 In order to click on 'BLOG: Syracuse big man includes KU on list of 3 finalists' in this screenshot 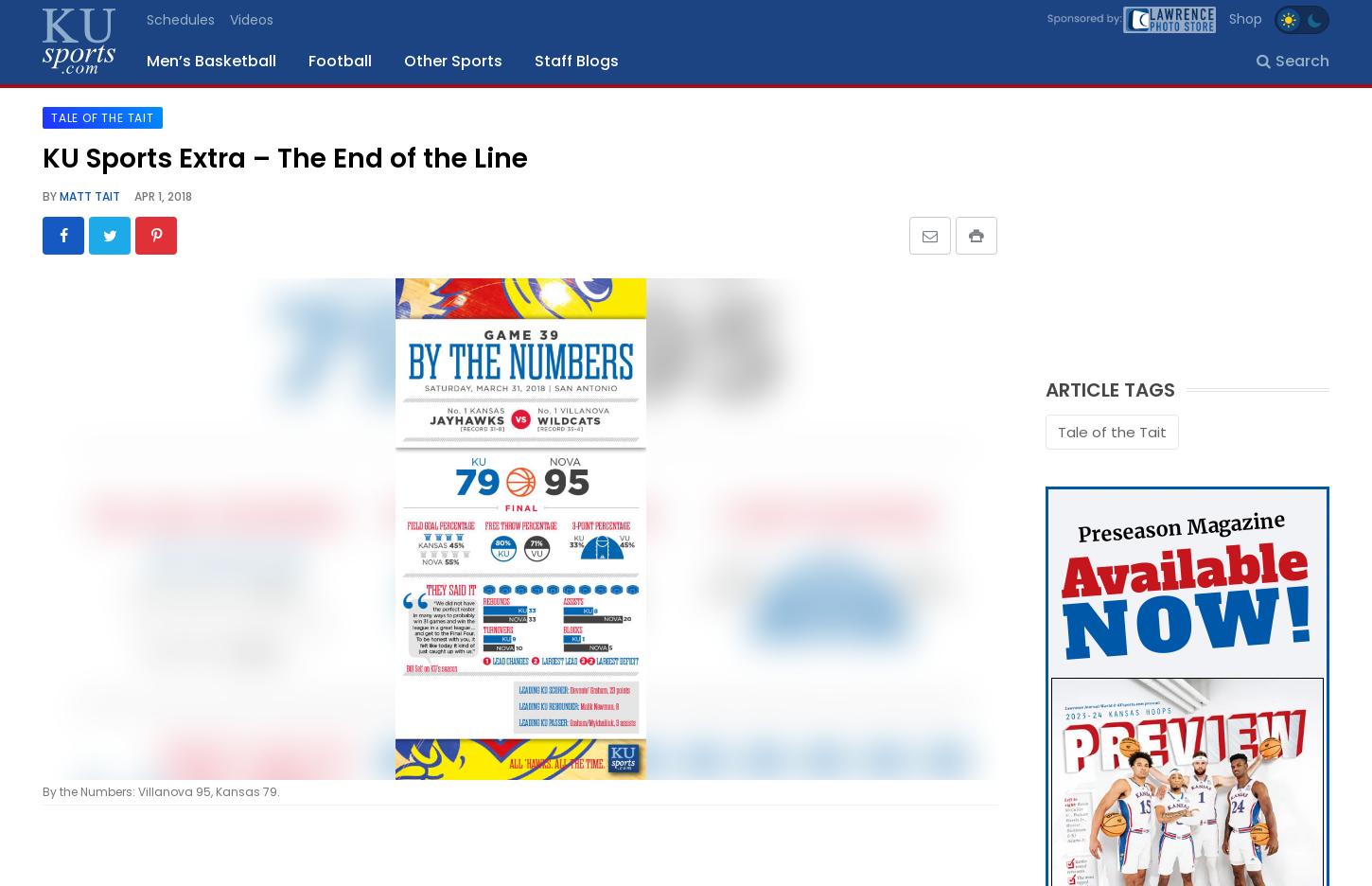, I will do `click(545, 471)`.